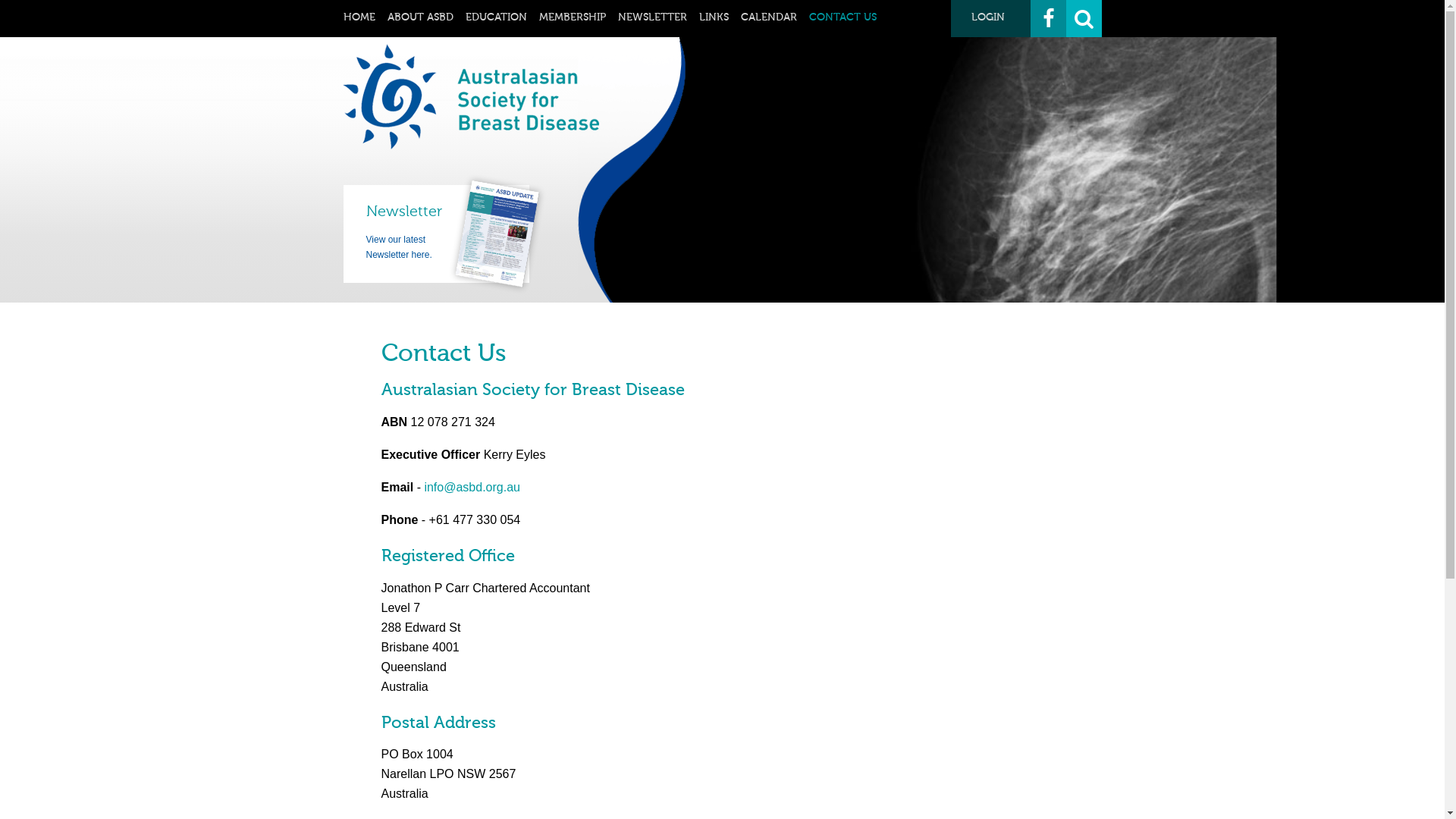 The width and height of the screenshot is (1456, 819). I want to click on 'info@asbd.org.au', so click(471, 487).